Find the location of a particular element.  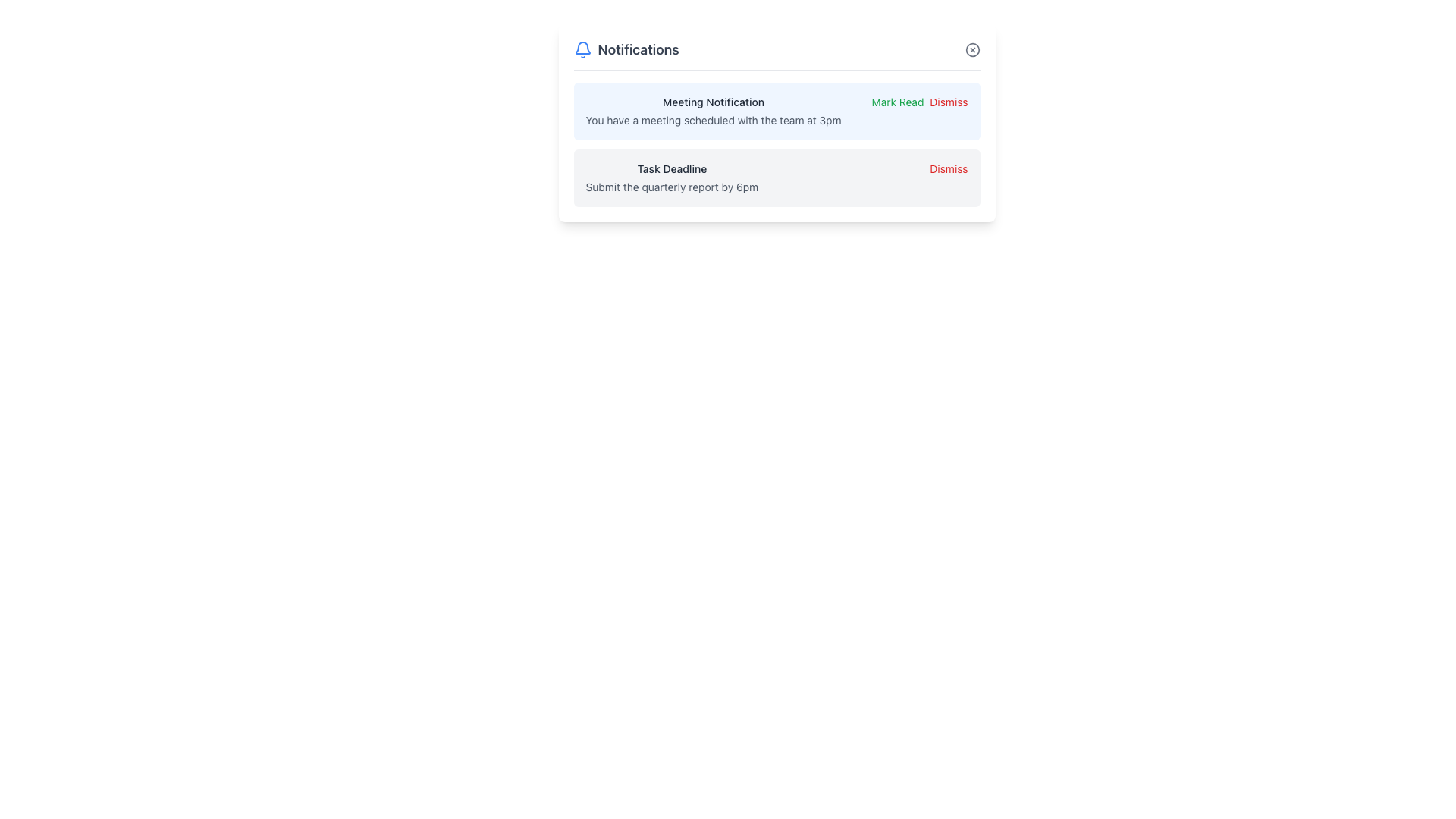

information displayed in the informational text block located below the header of the notification popup, which is the second notification in the list is located at coordinates (671, 177).